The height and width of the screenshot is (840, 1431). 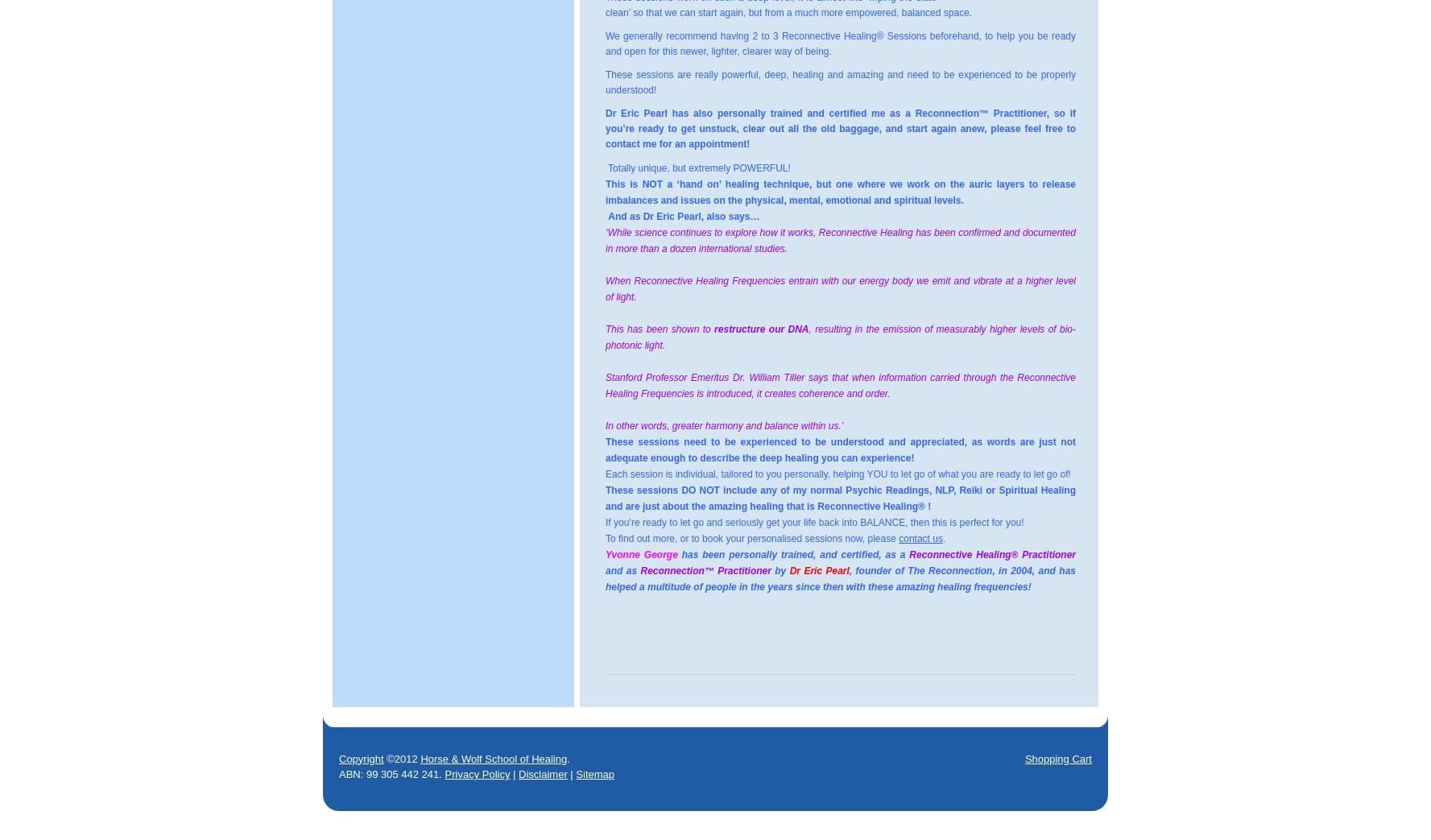 What do you see at coordinates (840, 385) in the screenshot?
I see `'Stanford Professor Emeritus Dr. William Tiller says that when information carried through the Reconnective Healing Frequencies is introduced, it creates coherence and order.'` at bounding box center [840, 385].